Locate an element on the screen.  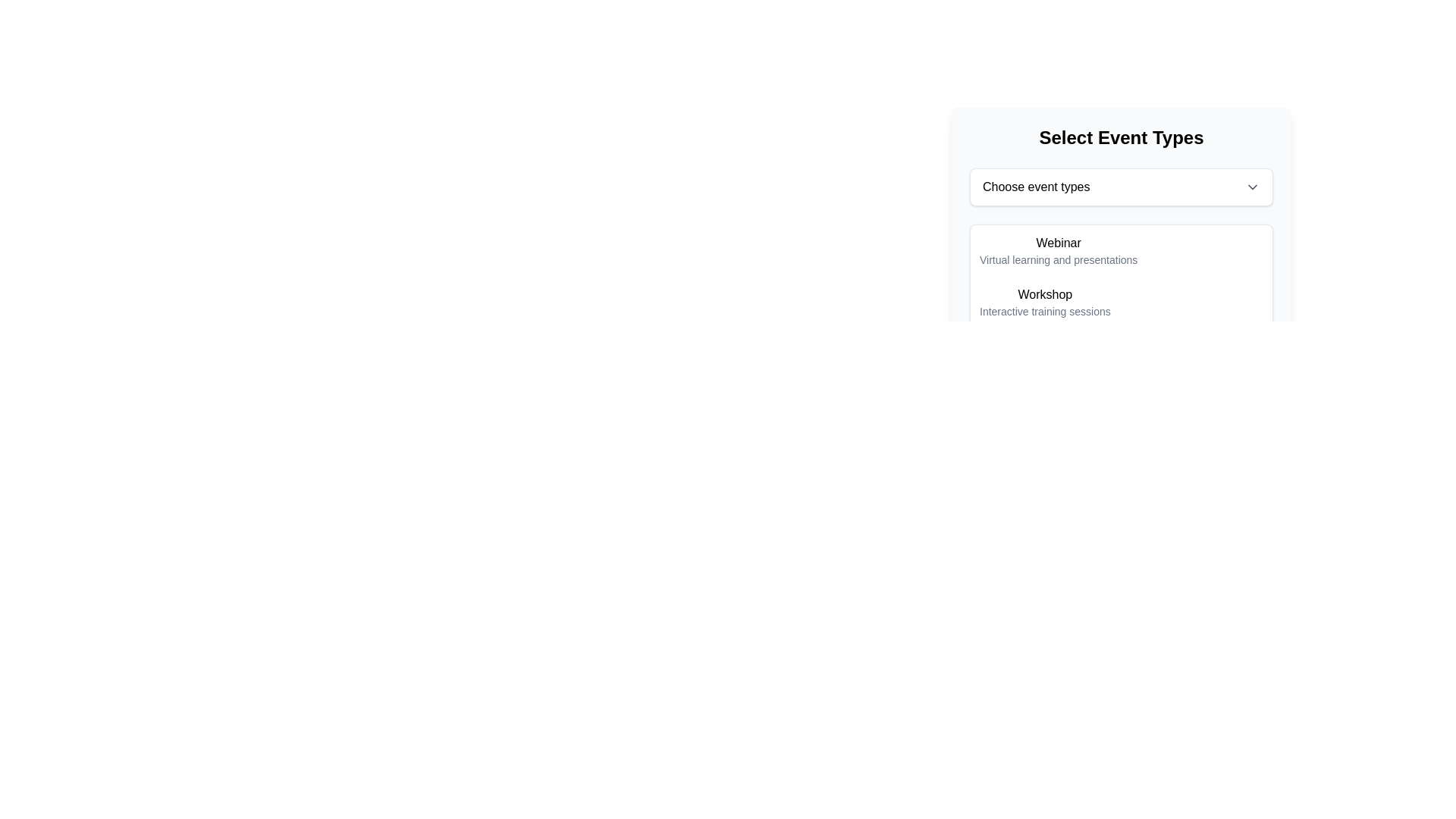
the selectable list item element with the title 'Webinar' and subtitle 'Virtual learning and presentations' is located at coordinates (1121, 250).